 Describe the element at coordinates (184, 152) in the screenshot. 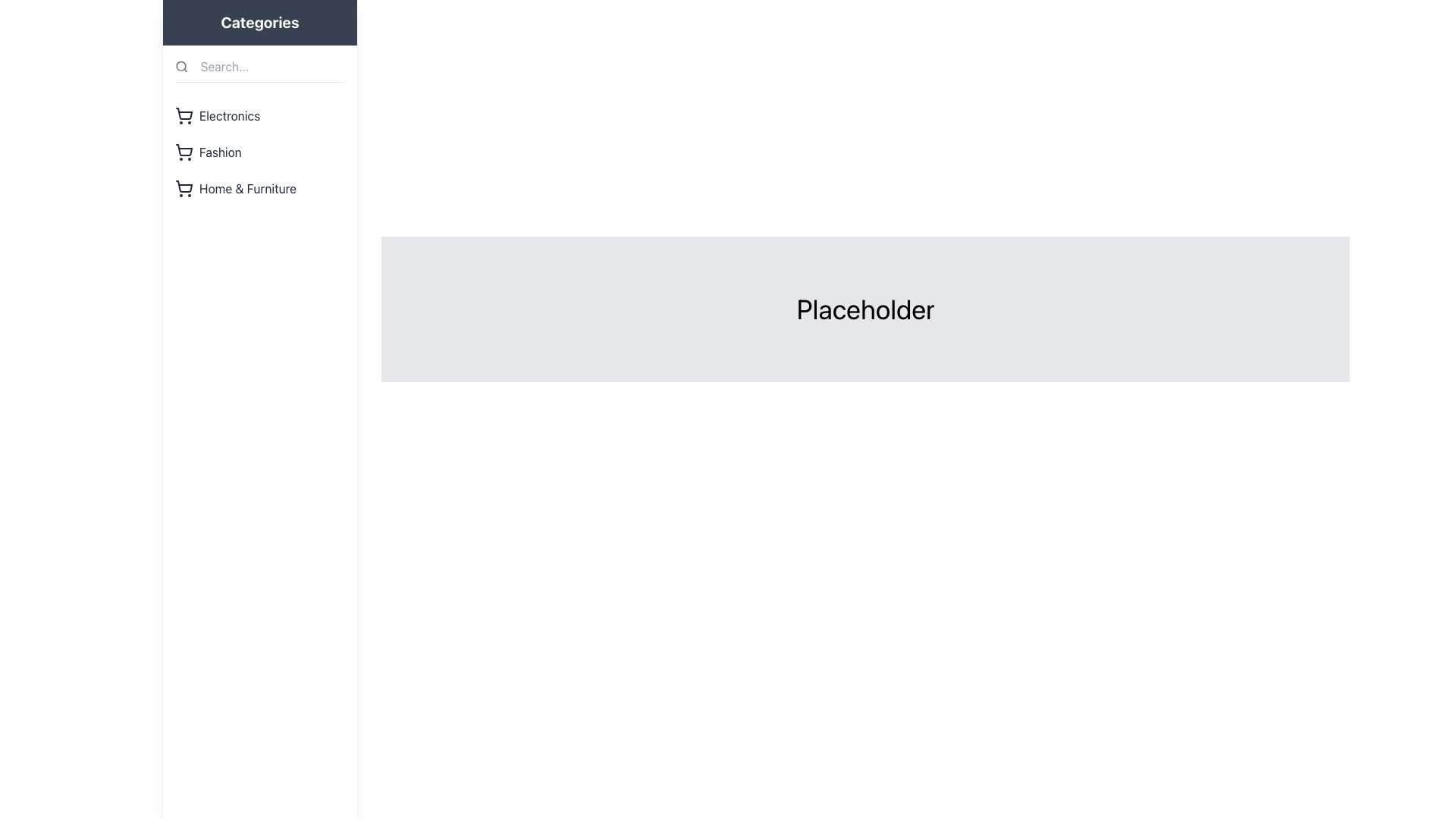

I see `the shopping cart icon located in the left sidebar, which is the second item in the 'Categories' section, adjacent to the 'Fashion' label` at that location.